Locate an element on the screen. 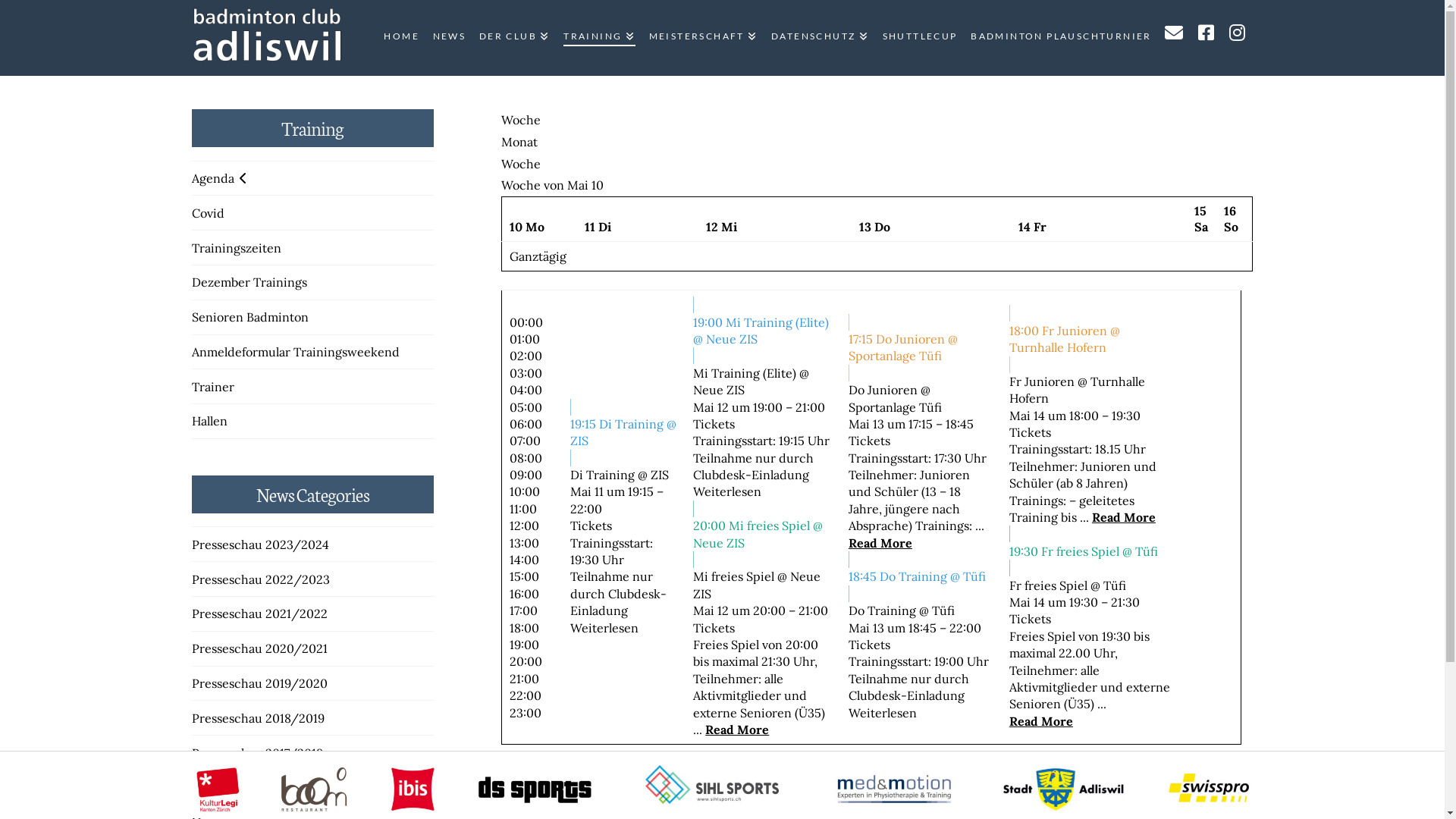 The width and height of the screenshot is (1456, 819). '16 So' is located at coordinates (1231, 218).